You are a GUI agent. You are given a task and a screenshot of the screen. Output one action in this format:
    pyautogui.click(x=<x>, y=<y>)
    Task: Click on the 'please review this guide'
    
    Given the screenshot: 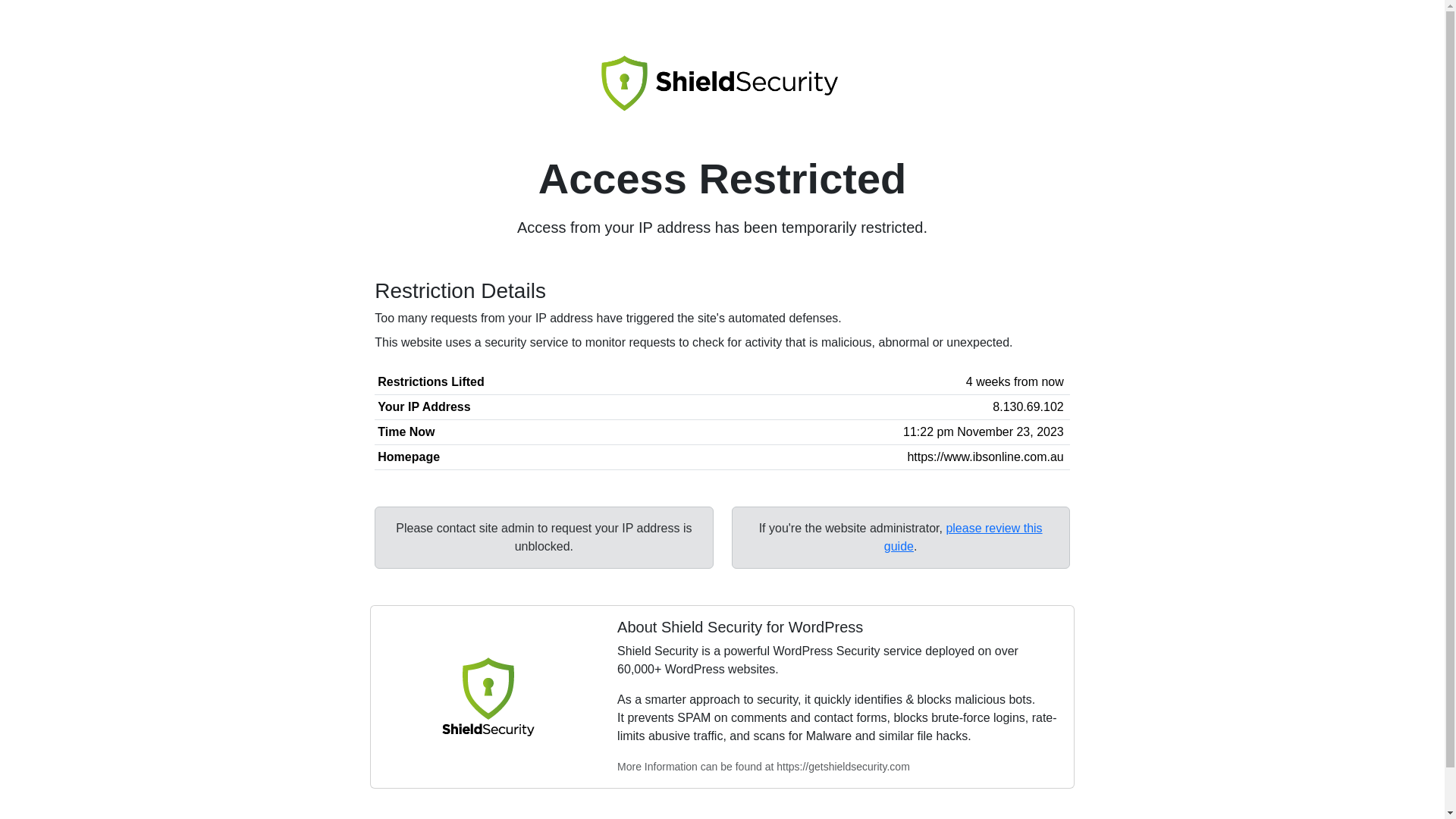 What is the action you would take?
    pyautogui.click(x=962, y=536)
    